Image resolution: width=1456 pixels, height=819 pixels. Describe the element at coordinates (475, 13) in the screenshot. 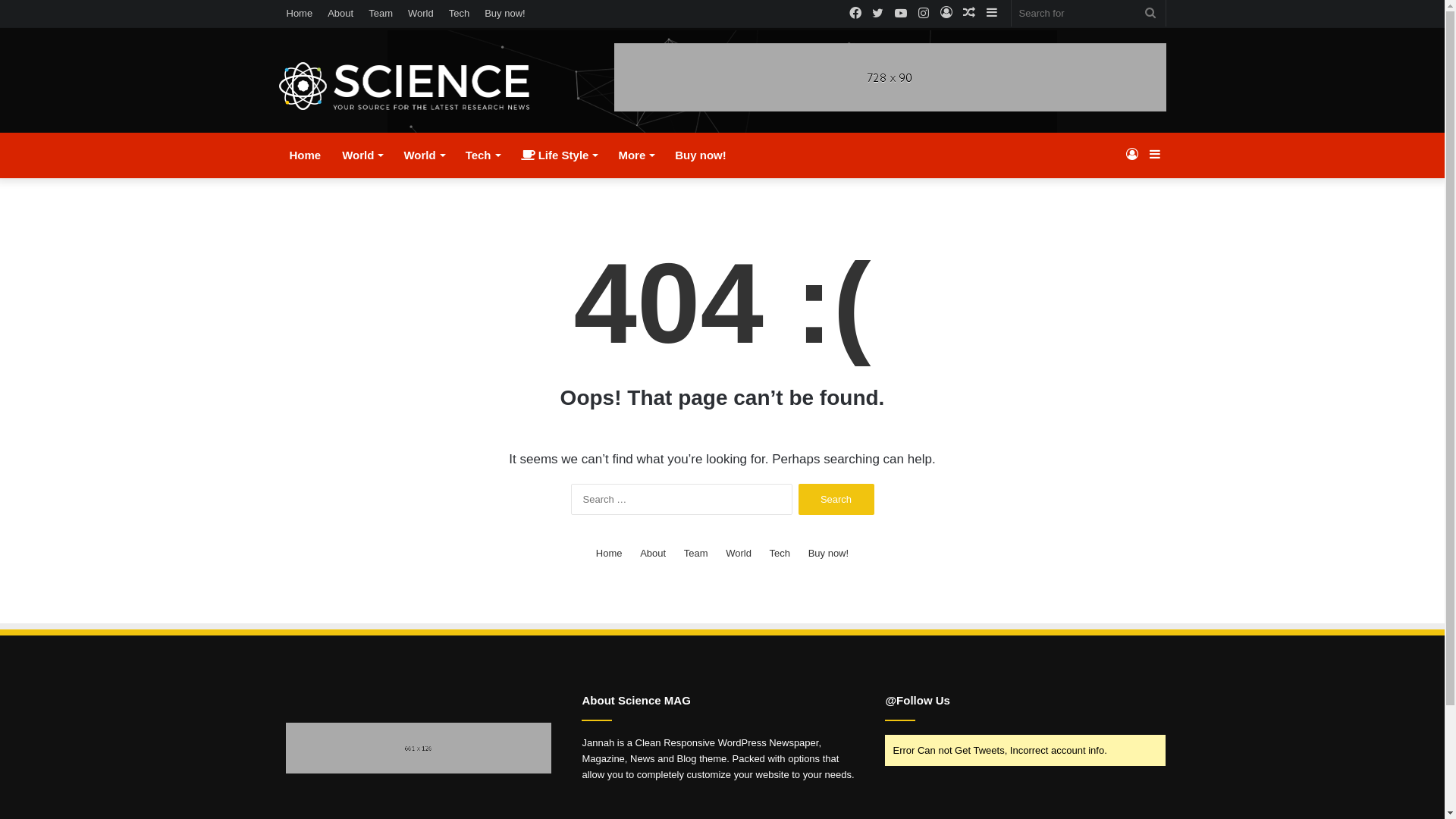

I see `'Buy now!'` at that location.